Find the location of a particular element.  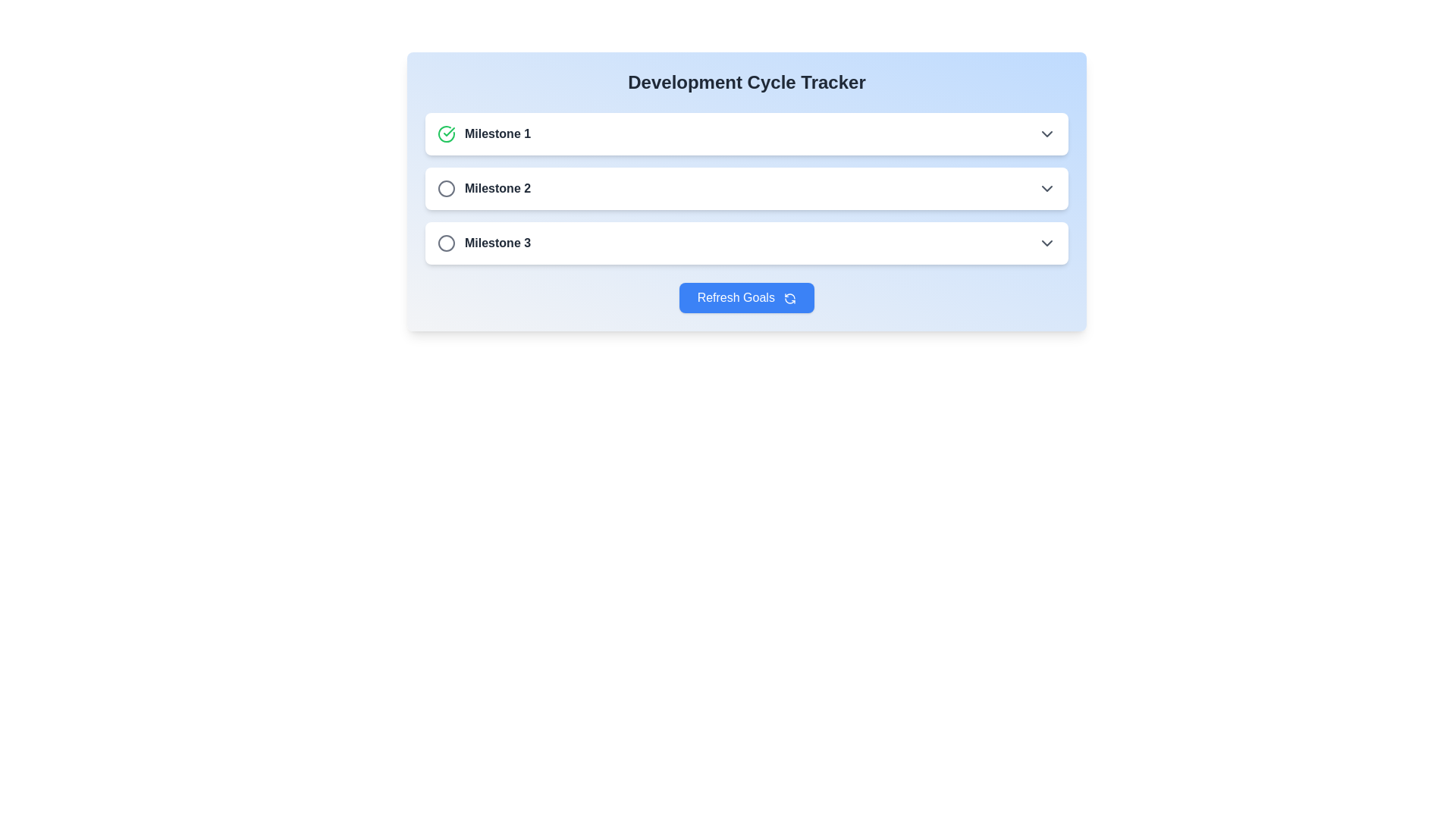

the dropdown indicator icon located in the rightmost section of the 'Milestone 2' row to receive additional visual feedback is located at coordinates (1046, 188).